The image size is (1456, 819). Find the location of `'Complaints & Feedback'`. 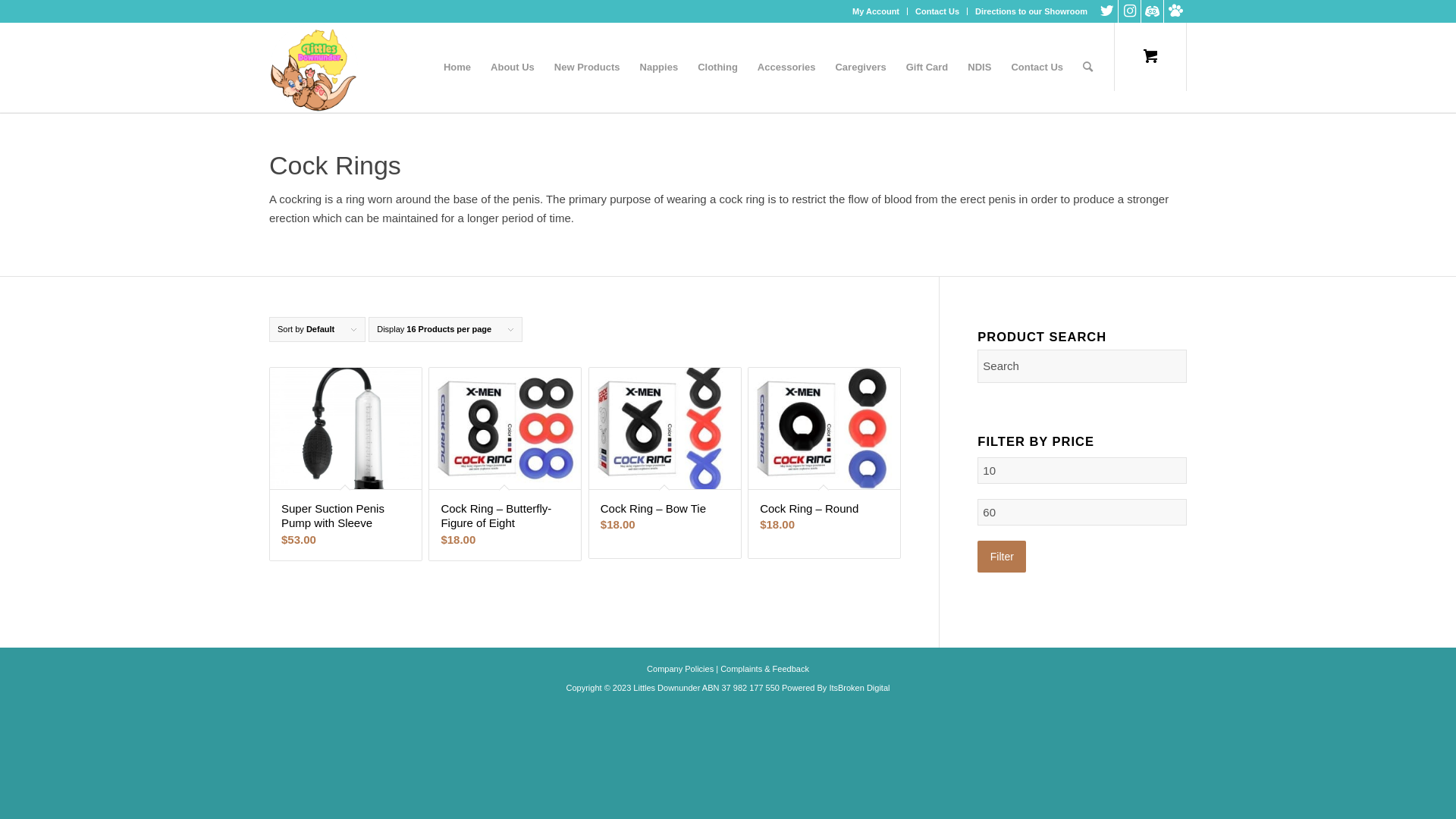

'Complaints & Feedback' is located at coordinates (764, 668).